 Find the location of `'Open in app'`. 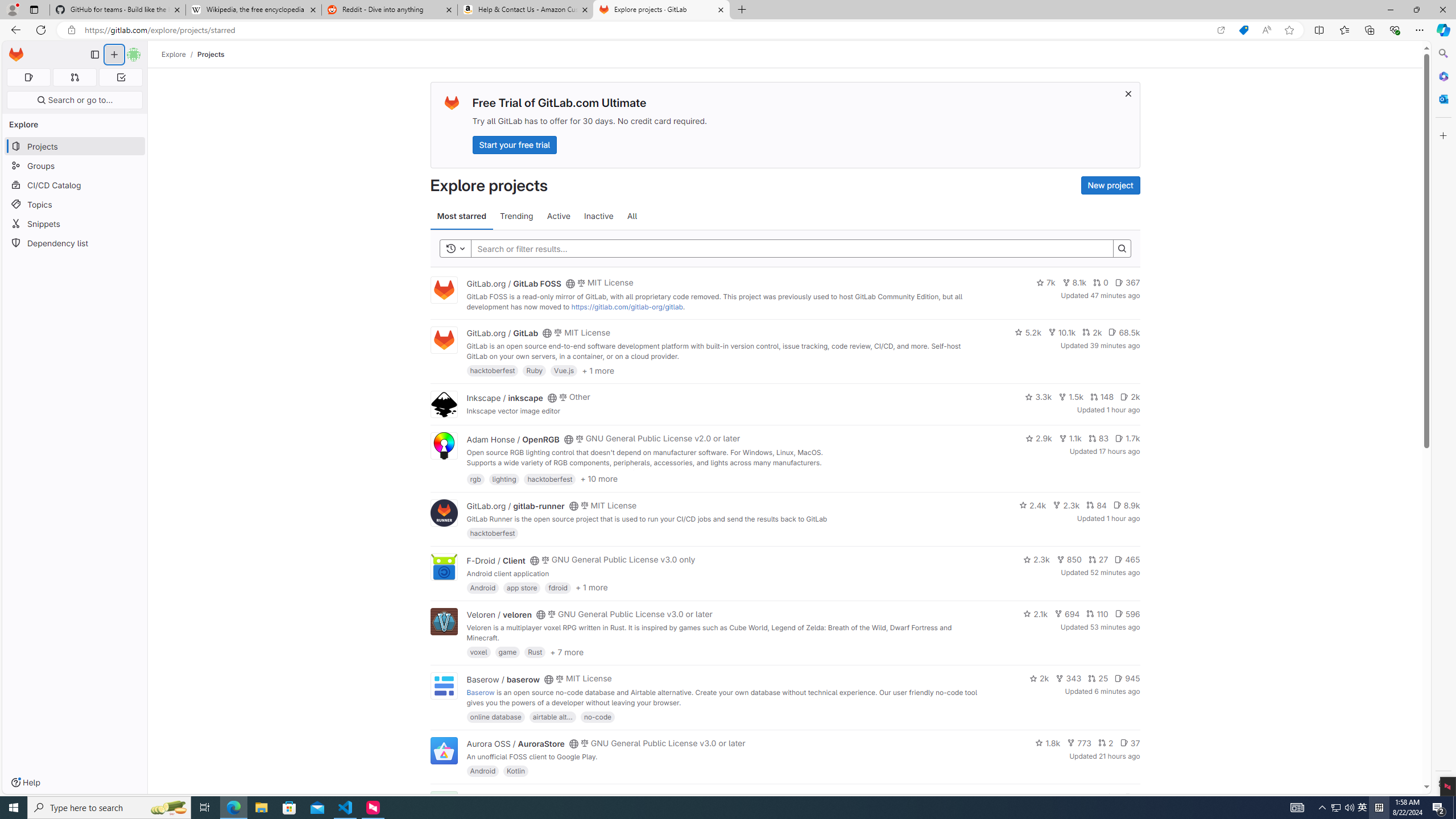

'Open in app' is located at coordinates (1220, 30).